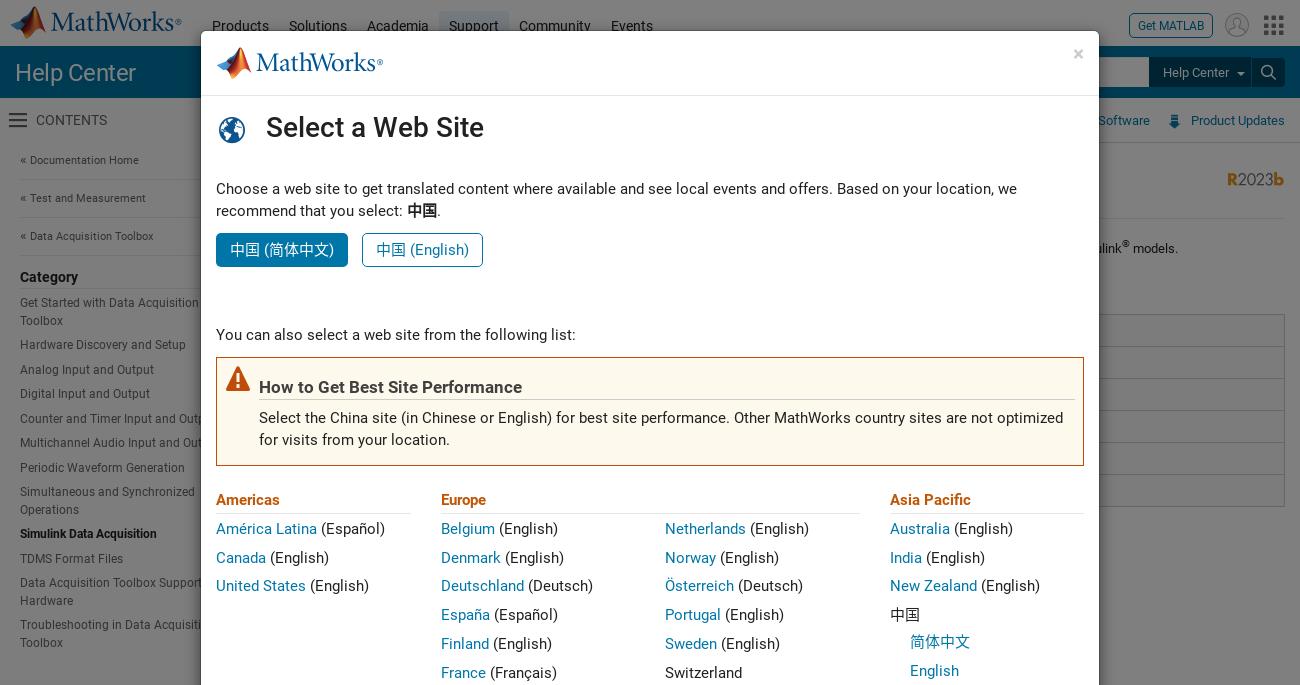 Image resolution: width=1300 pixels, height=685 pixels. What do you see at coordinates (102, 344) in the screenshot?
I see `'Hardware Discovery and Setup'` at bounding box center [102, 344].